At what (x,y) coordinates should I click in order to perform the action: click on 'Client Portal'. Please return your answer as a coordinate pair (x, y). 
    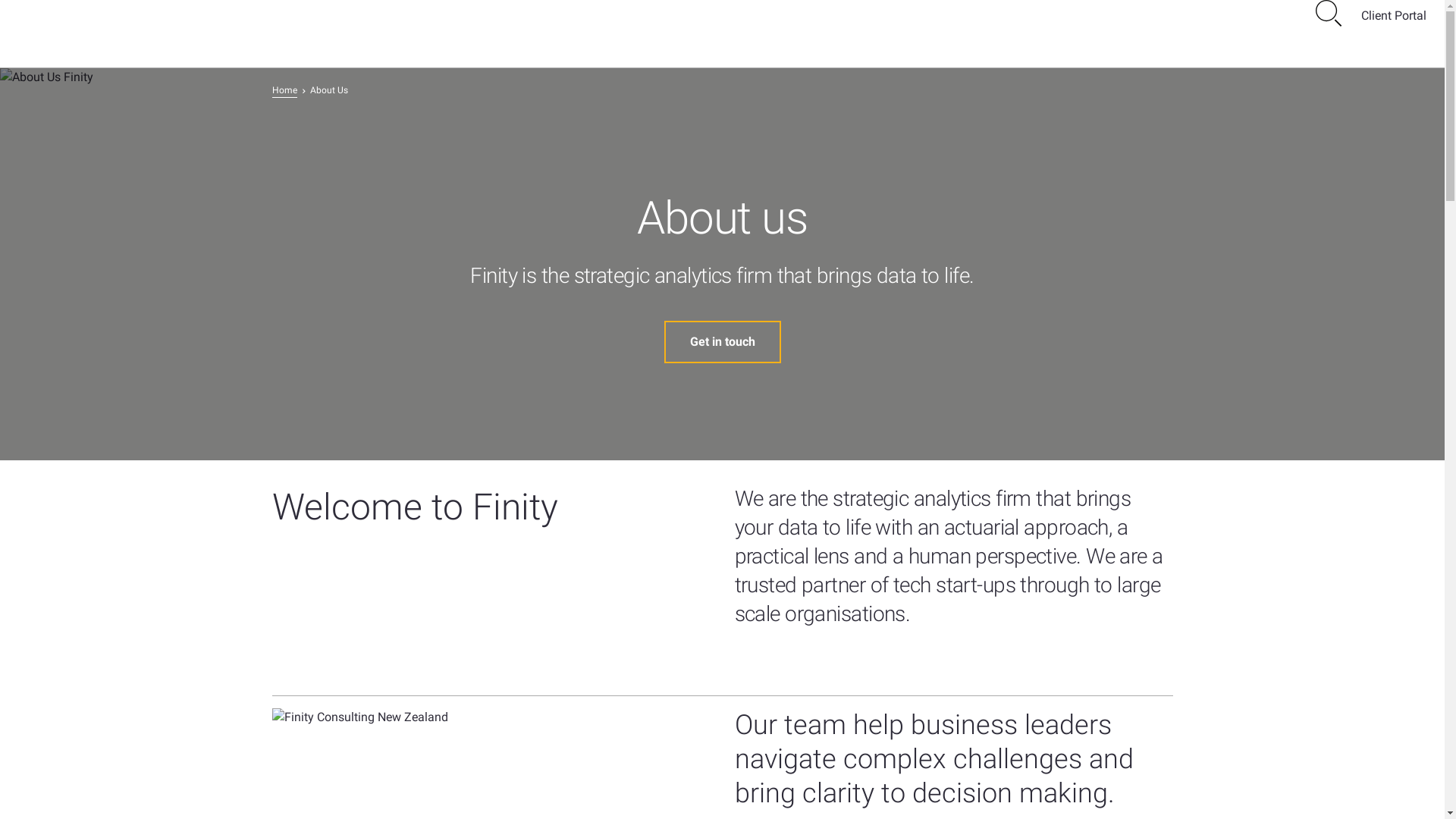
    Looking at the image, I should click on (1394, 15).